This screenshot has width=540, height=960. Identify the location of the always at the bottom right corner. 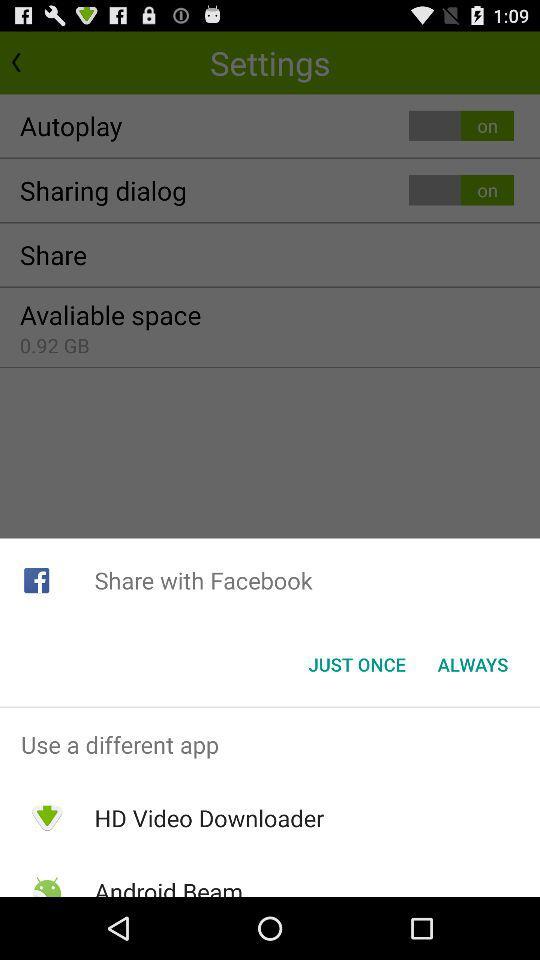
(472, 664).